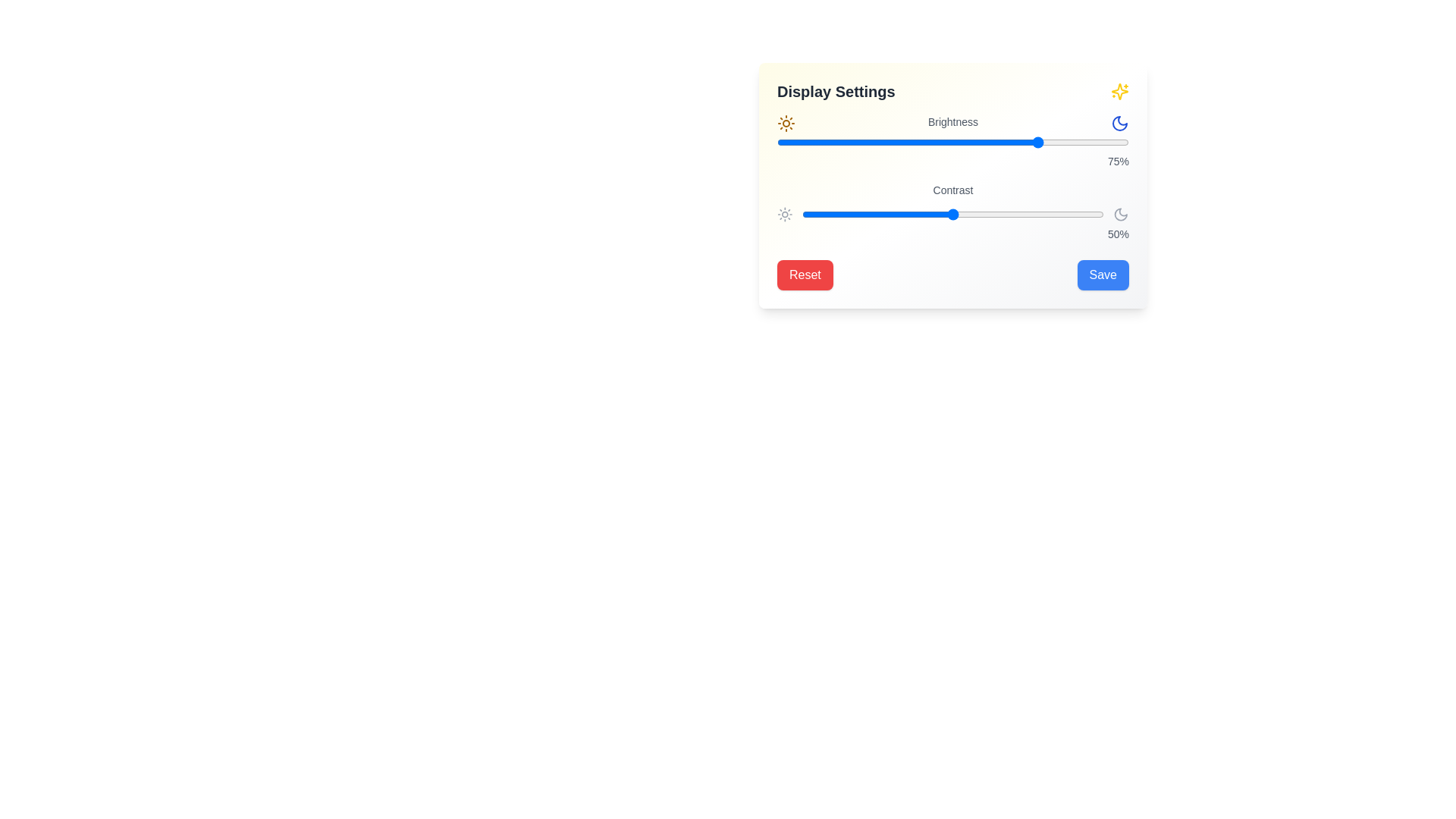 Image resolution: width=1456 pixels, height=819 pixels. I want to click on brightness, so click(811, 143).